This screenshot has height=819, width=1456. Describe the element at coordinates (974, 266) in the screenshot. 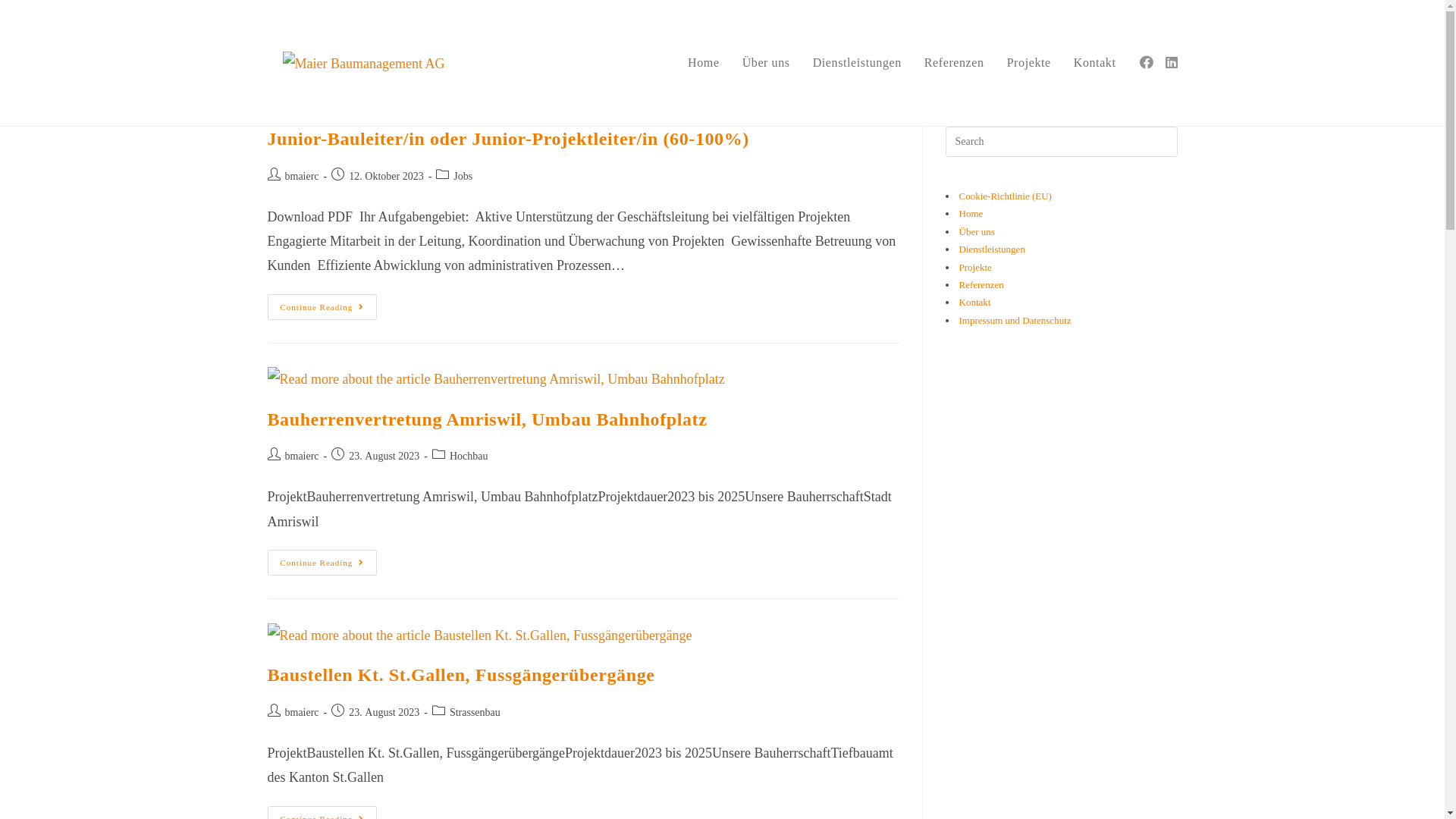

I see `'Projekte'` at that location.